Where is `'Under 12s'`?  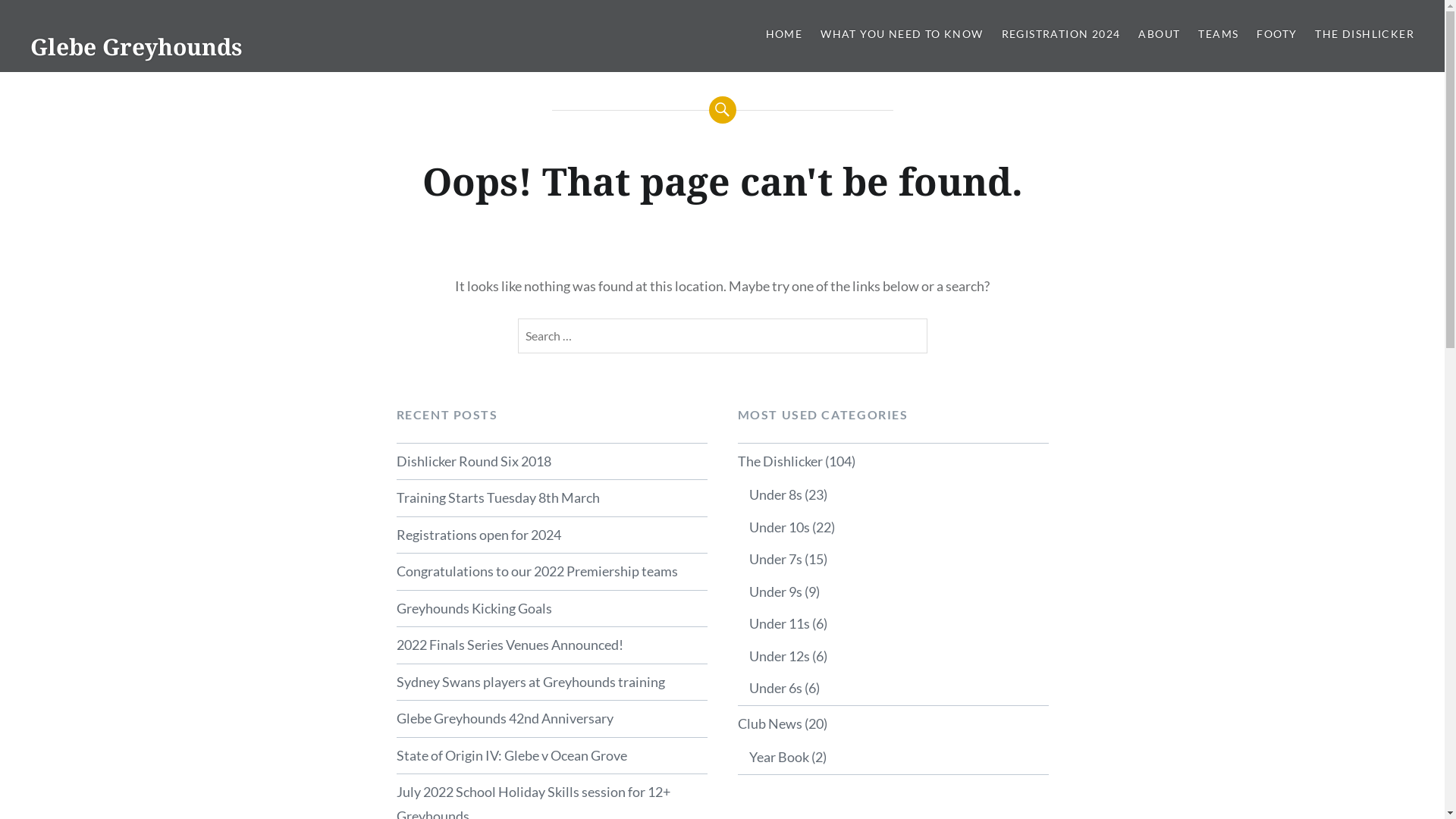 'Under 12s' is located at coordinates (779, 654).